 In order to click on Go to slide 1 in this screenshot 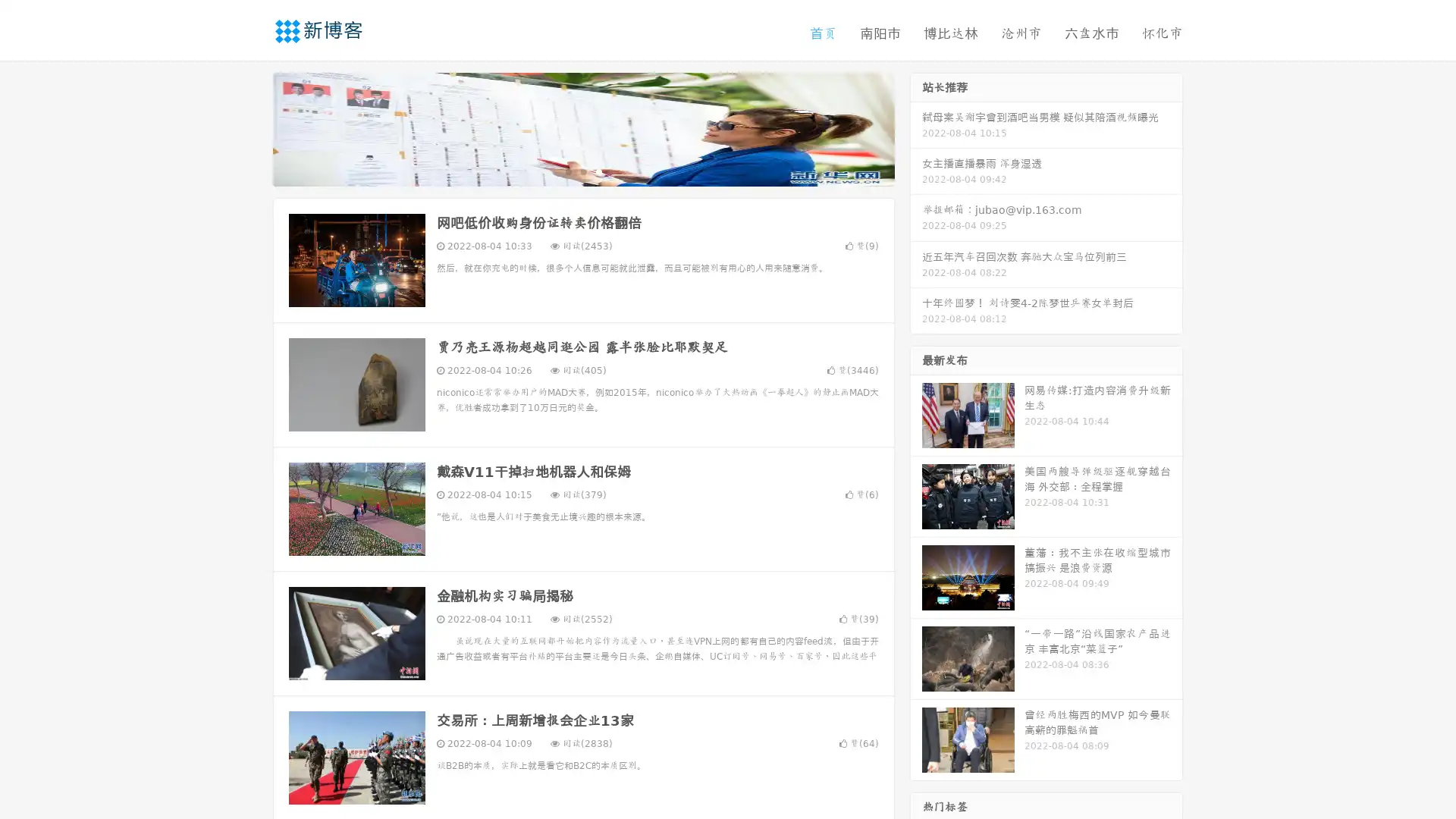, I will do `click(567, 171)`.